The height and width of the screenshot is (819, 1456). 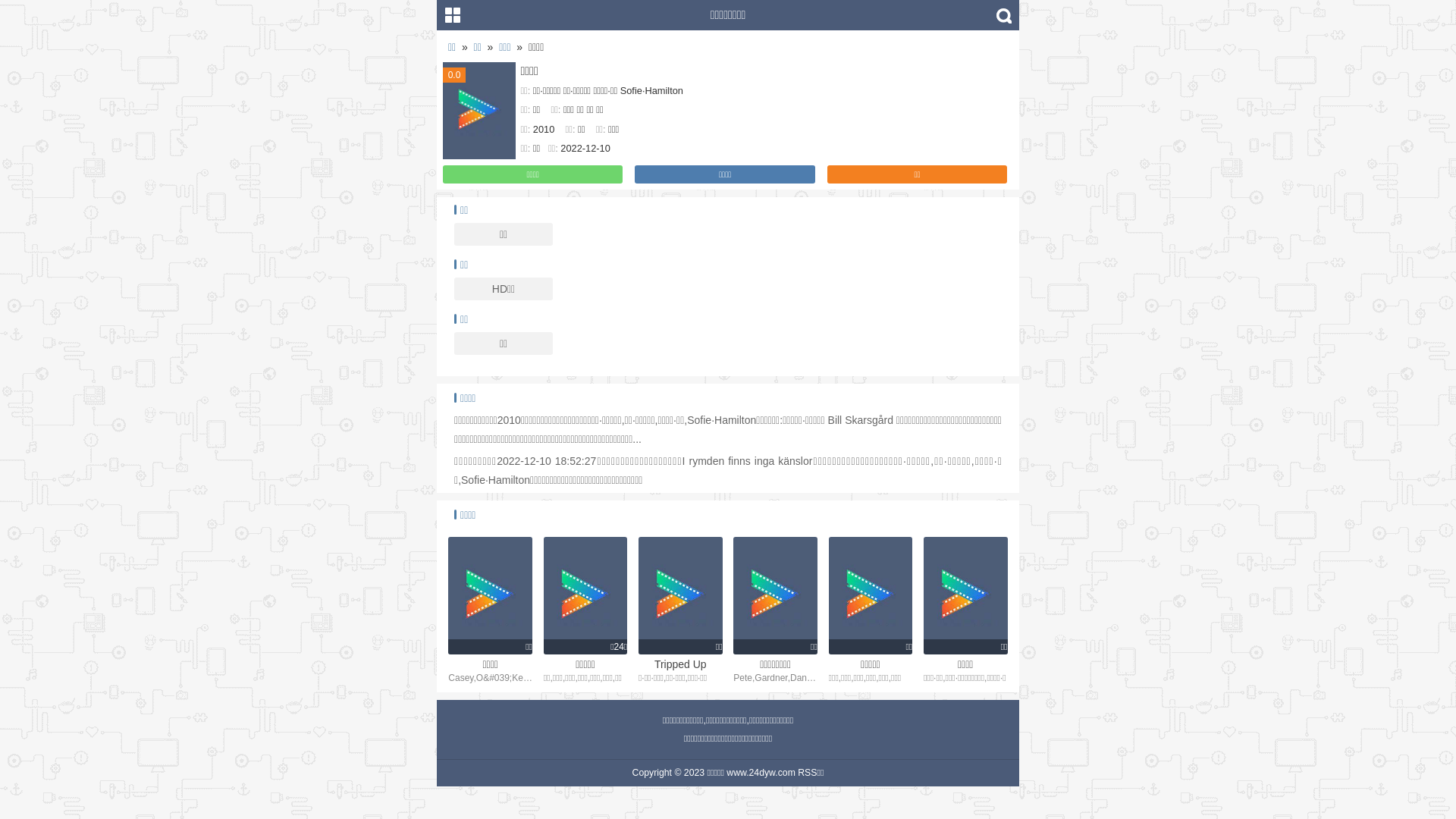 What do you see at coordinates (543, 128) in the screenshot?
I see `'2010'` at bounding box center [543, 128].